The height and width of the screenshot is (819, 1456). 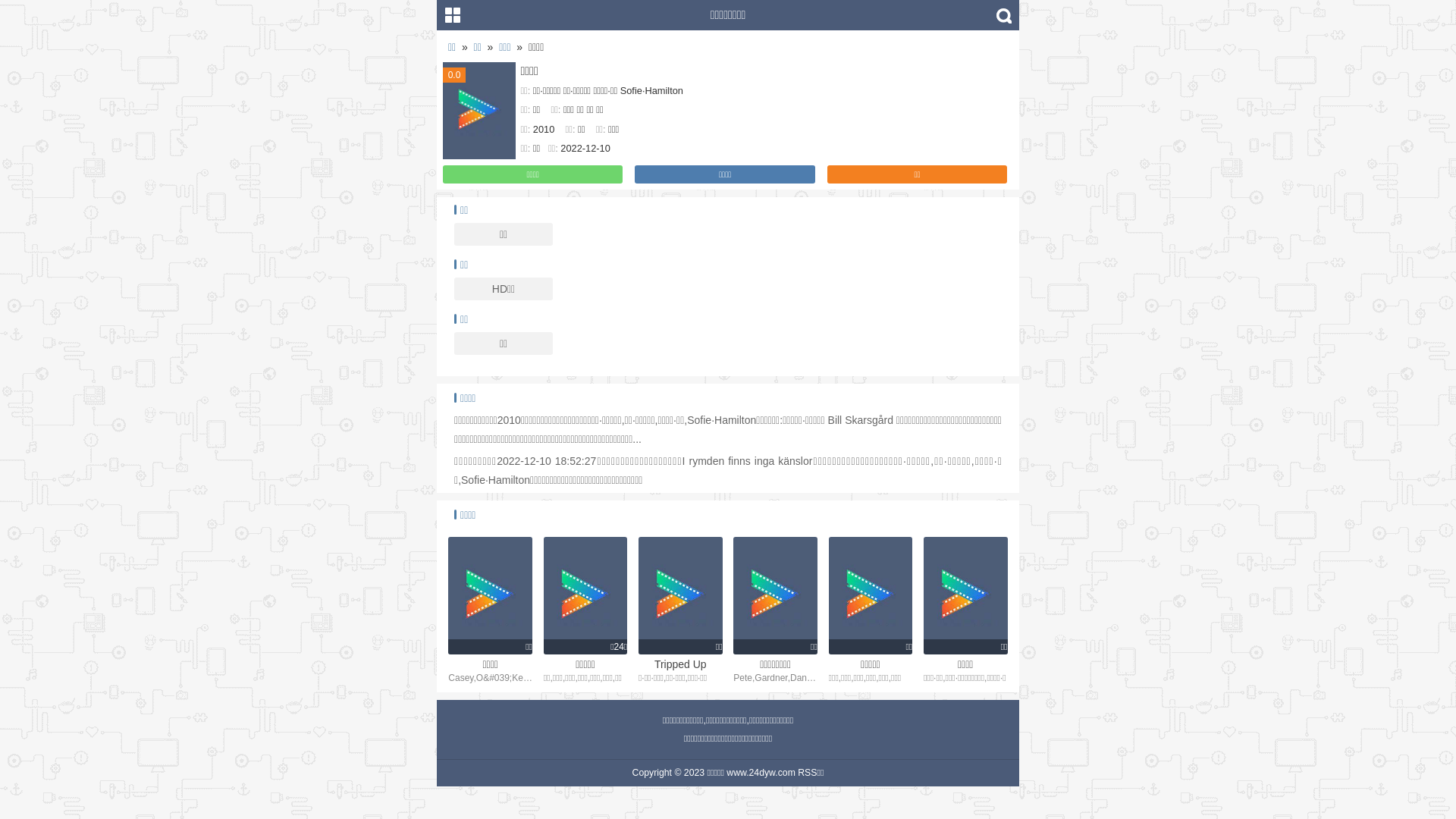 What do you see at coordinates (543, 128) in the screenshot?
I see `'2010'` at bounding box center [543, 128].